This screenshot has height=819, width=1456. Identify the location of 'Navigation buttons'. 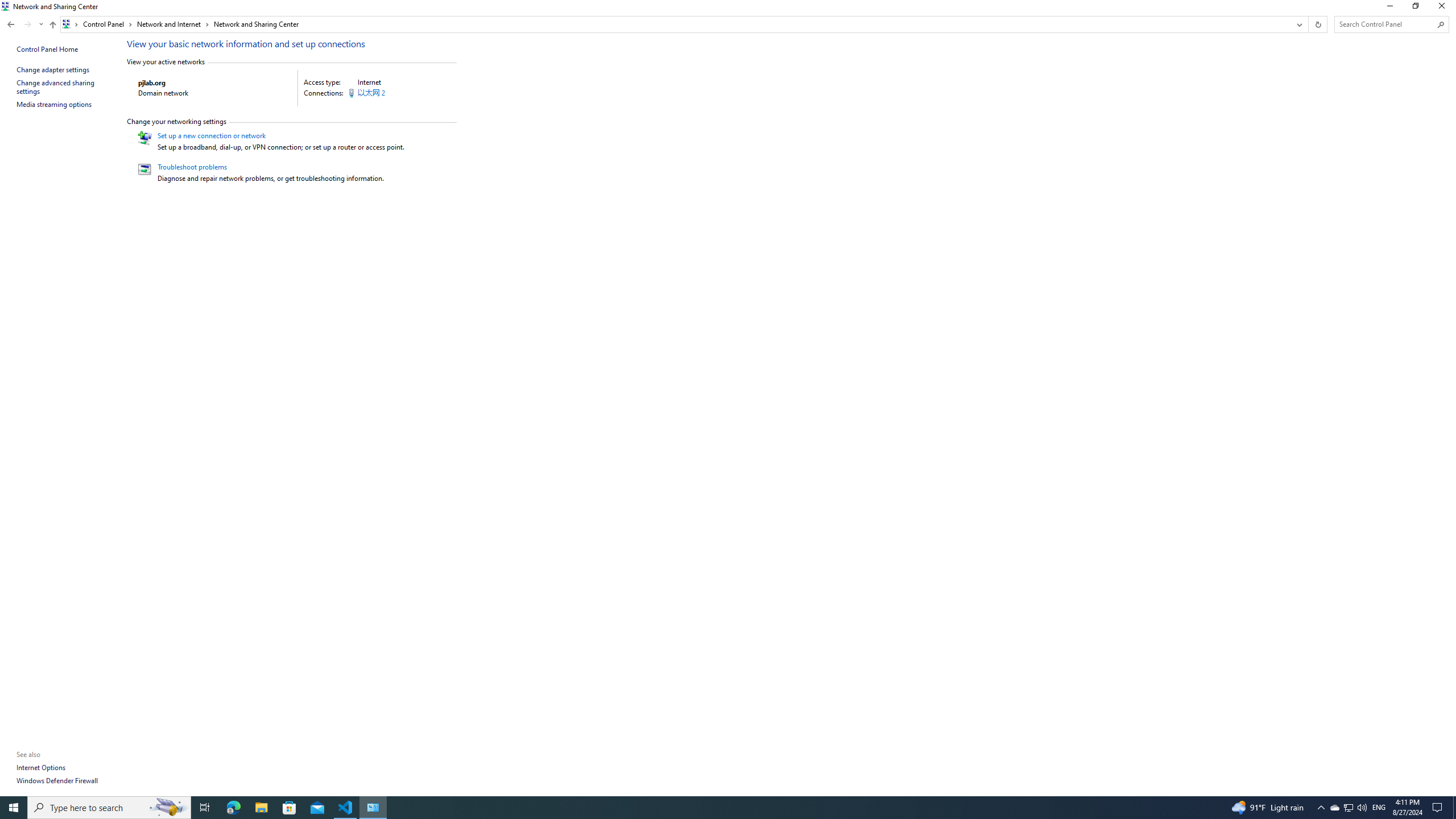
(24, 24).